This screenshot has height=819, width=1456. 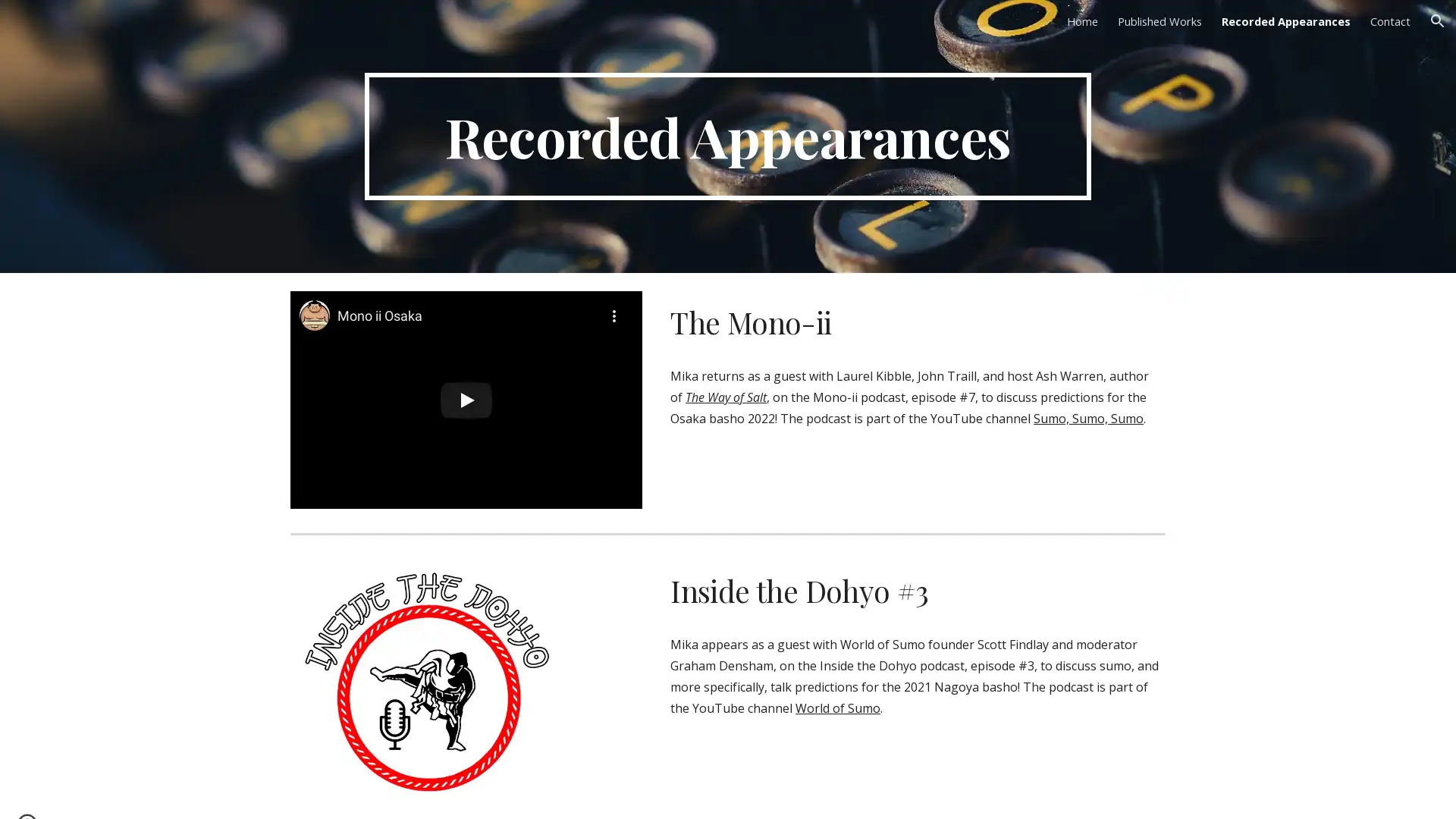 What do you see at coordinates (945, 590) in the screenshot?
I see `Copy heading link` at bounding box center [945, 590].